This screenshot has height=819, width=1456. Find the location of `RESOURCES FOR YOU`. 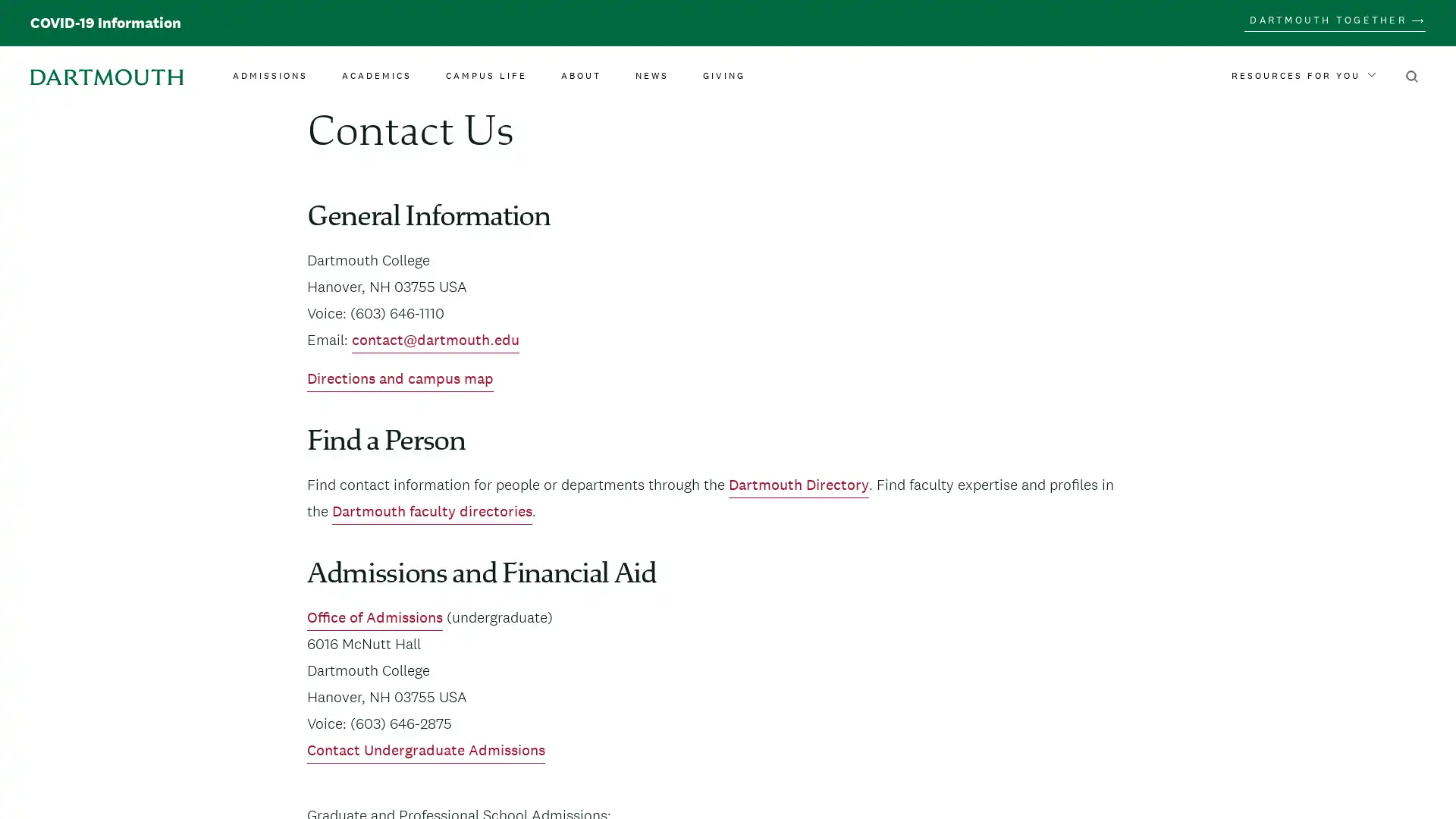

RESOURCES FOR YOU is located at coordinates (1302, 76).